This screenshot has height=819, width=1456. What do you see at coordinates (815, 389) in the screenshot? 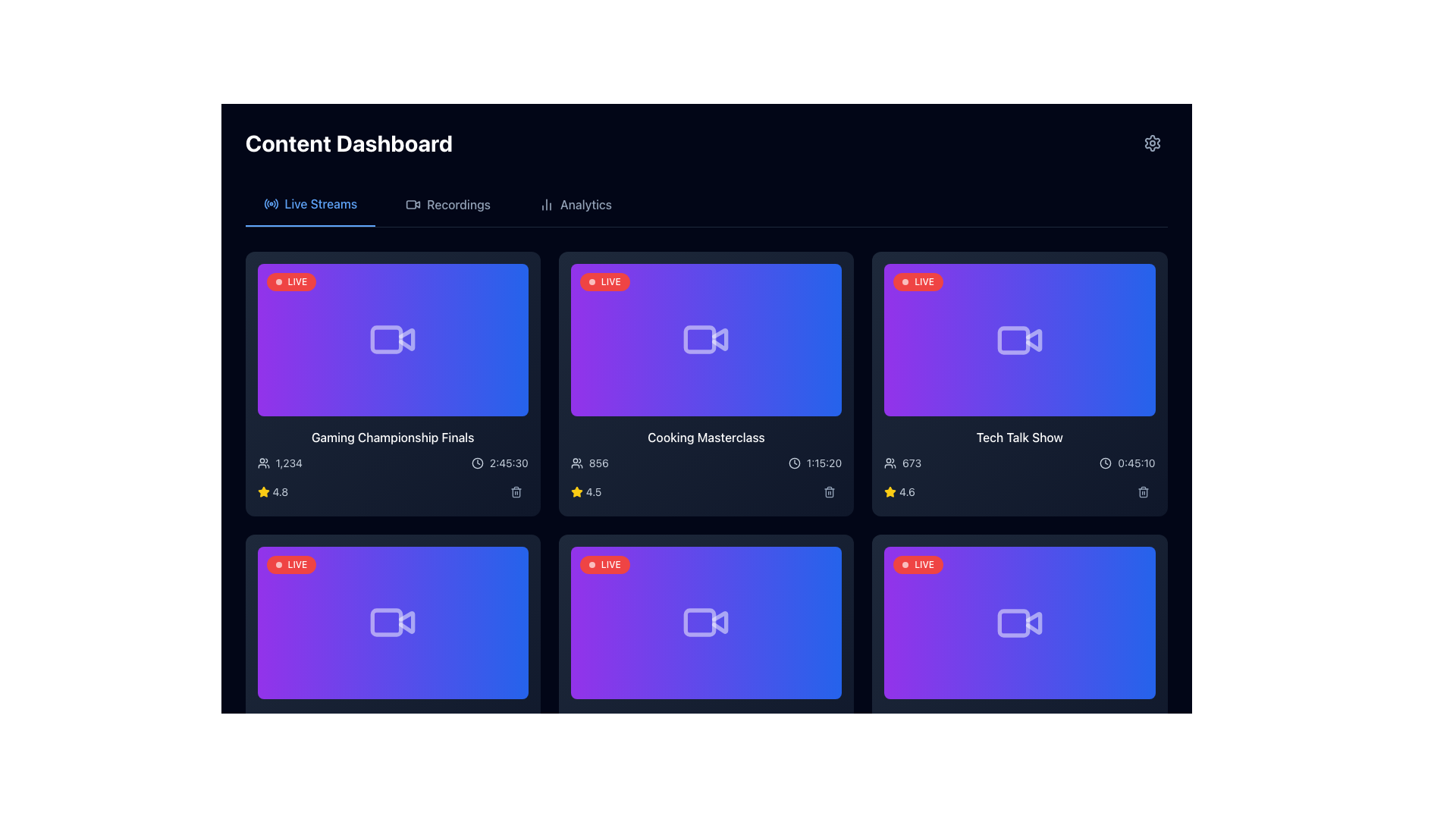
I see `the circular play button located at the bottom-right corner of the 'Cooking Masterclass' card` at bounding box center [815, 389].